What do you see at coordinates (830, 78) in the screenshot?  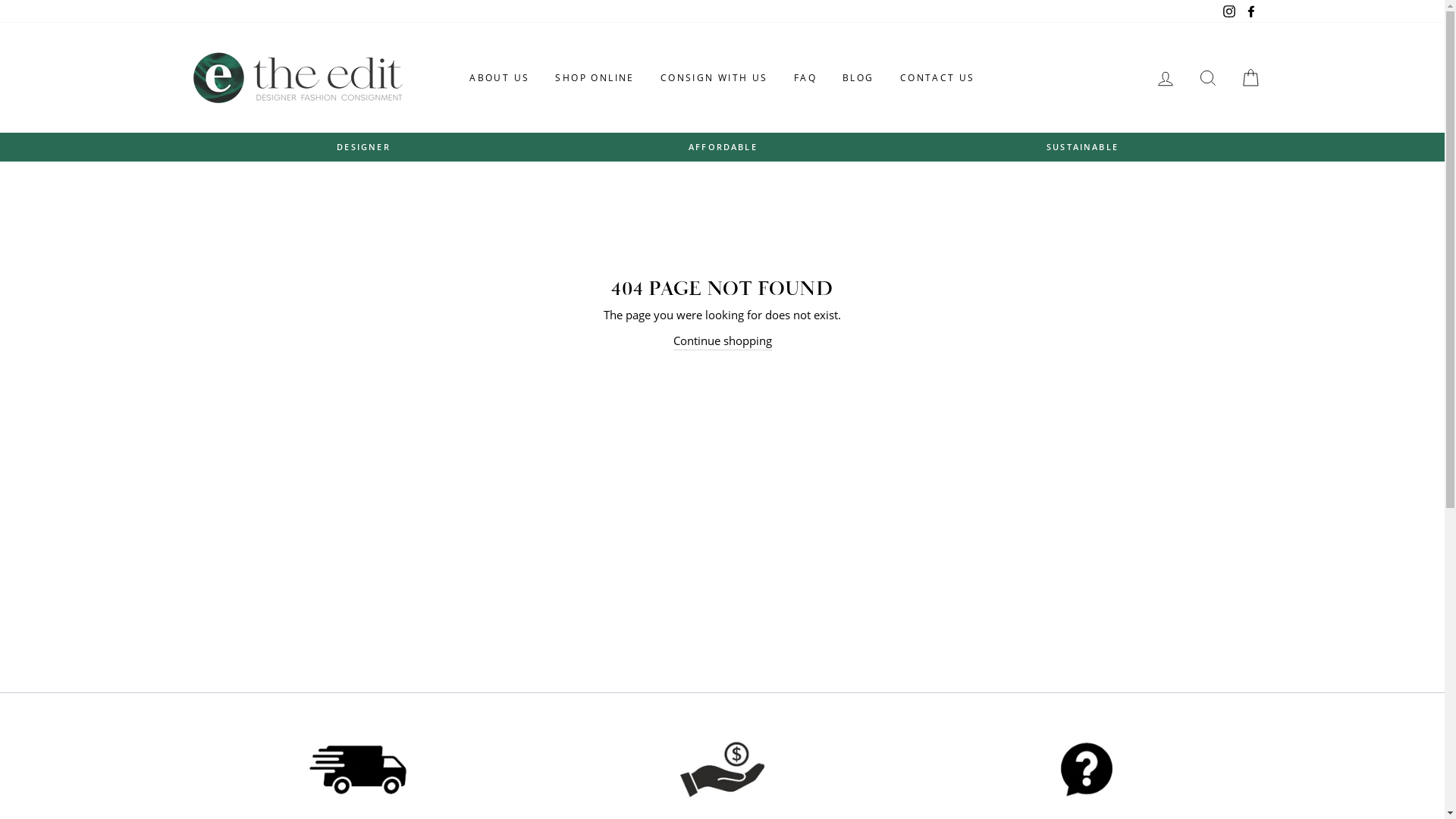 I see `'BLOG'` at bounding box center [830, 78].